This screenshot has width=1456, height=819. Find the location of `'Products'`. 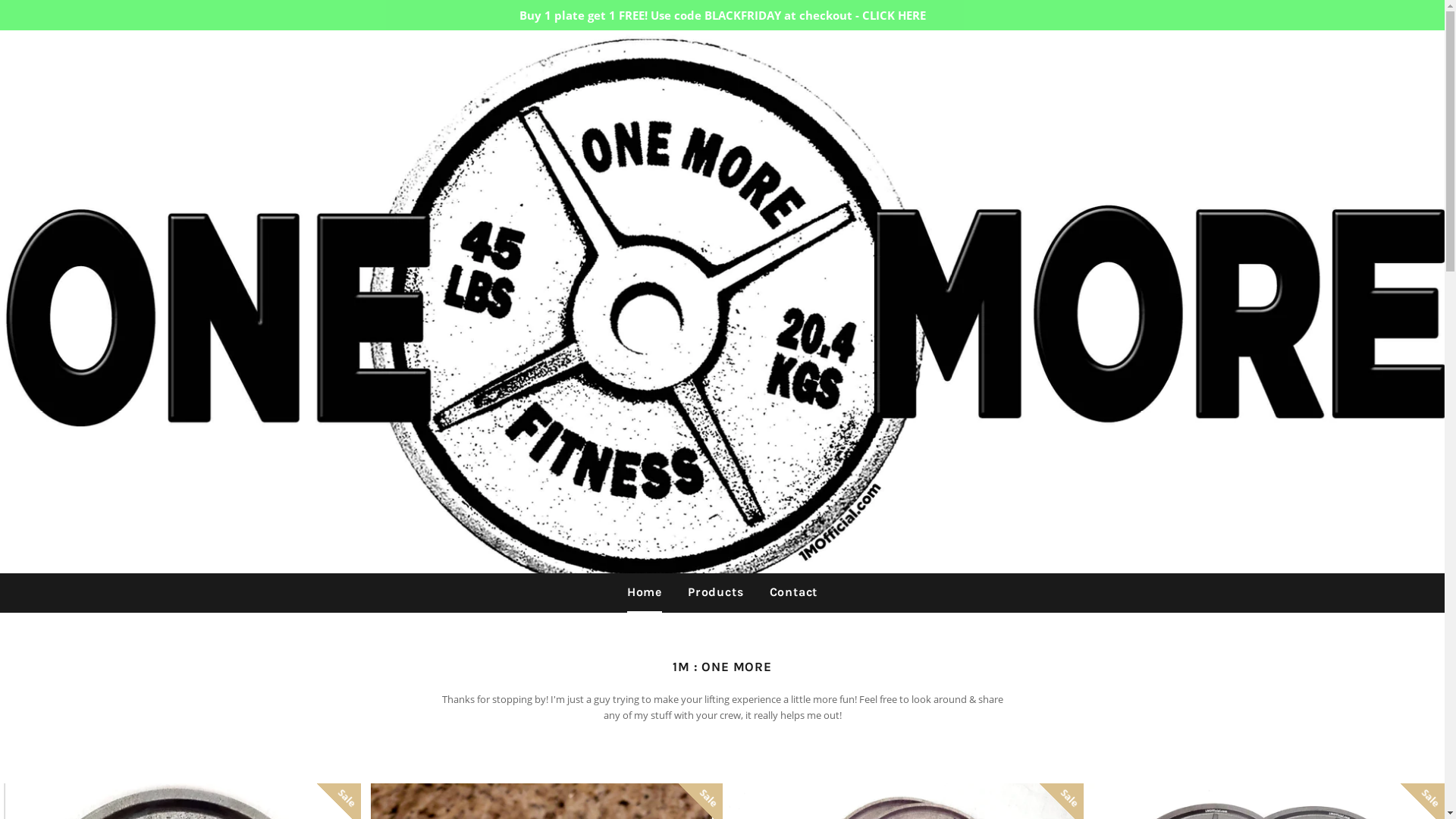

'Products' is located at coordinates (676, 591).